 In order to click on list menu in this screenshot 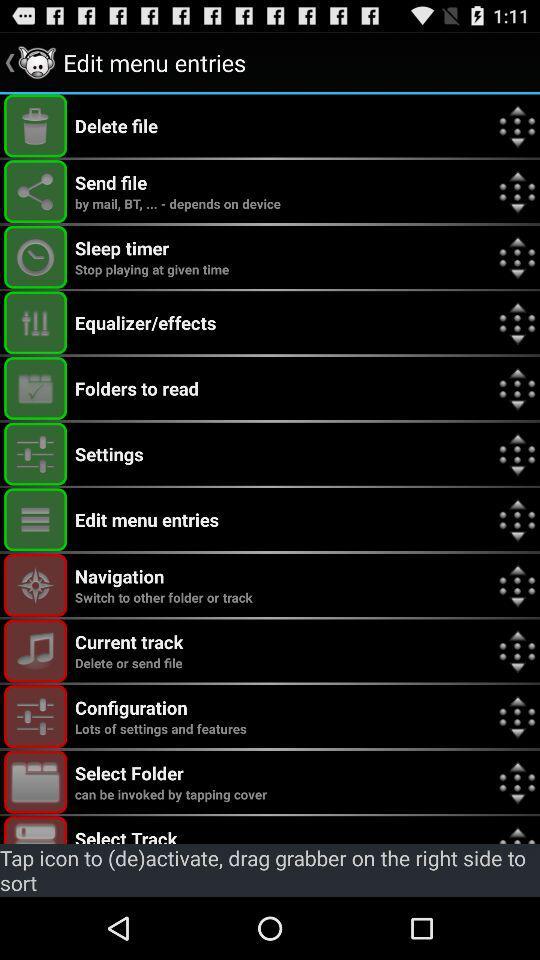, I will do `click(35, 518)`.